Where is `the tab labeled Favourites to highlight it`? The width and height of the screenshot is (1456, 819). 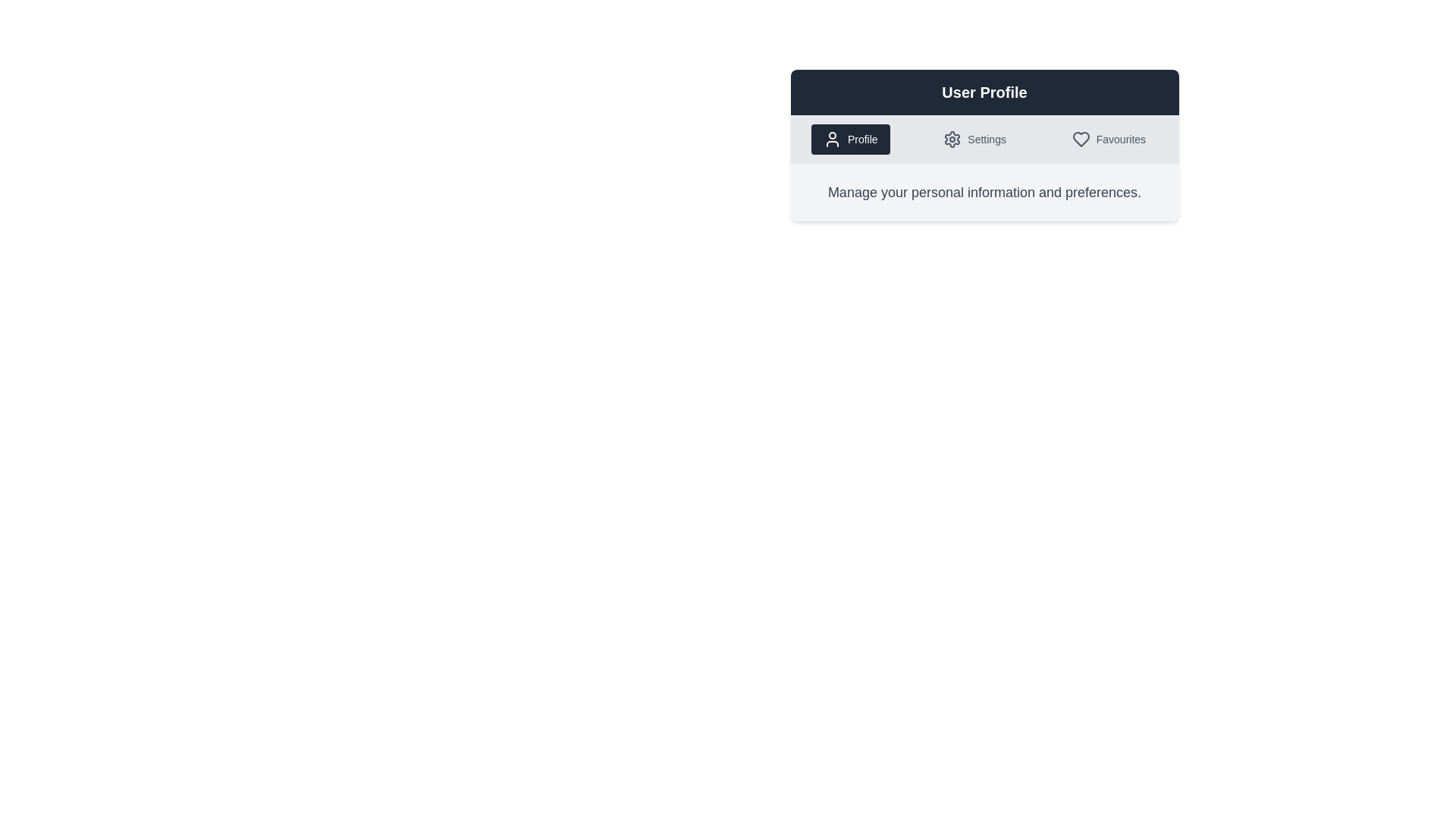 the tab labeled Favourites to highlight it is located at coordinates (1109, 140).